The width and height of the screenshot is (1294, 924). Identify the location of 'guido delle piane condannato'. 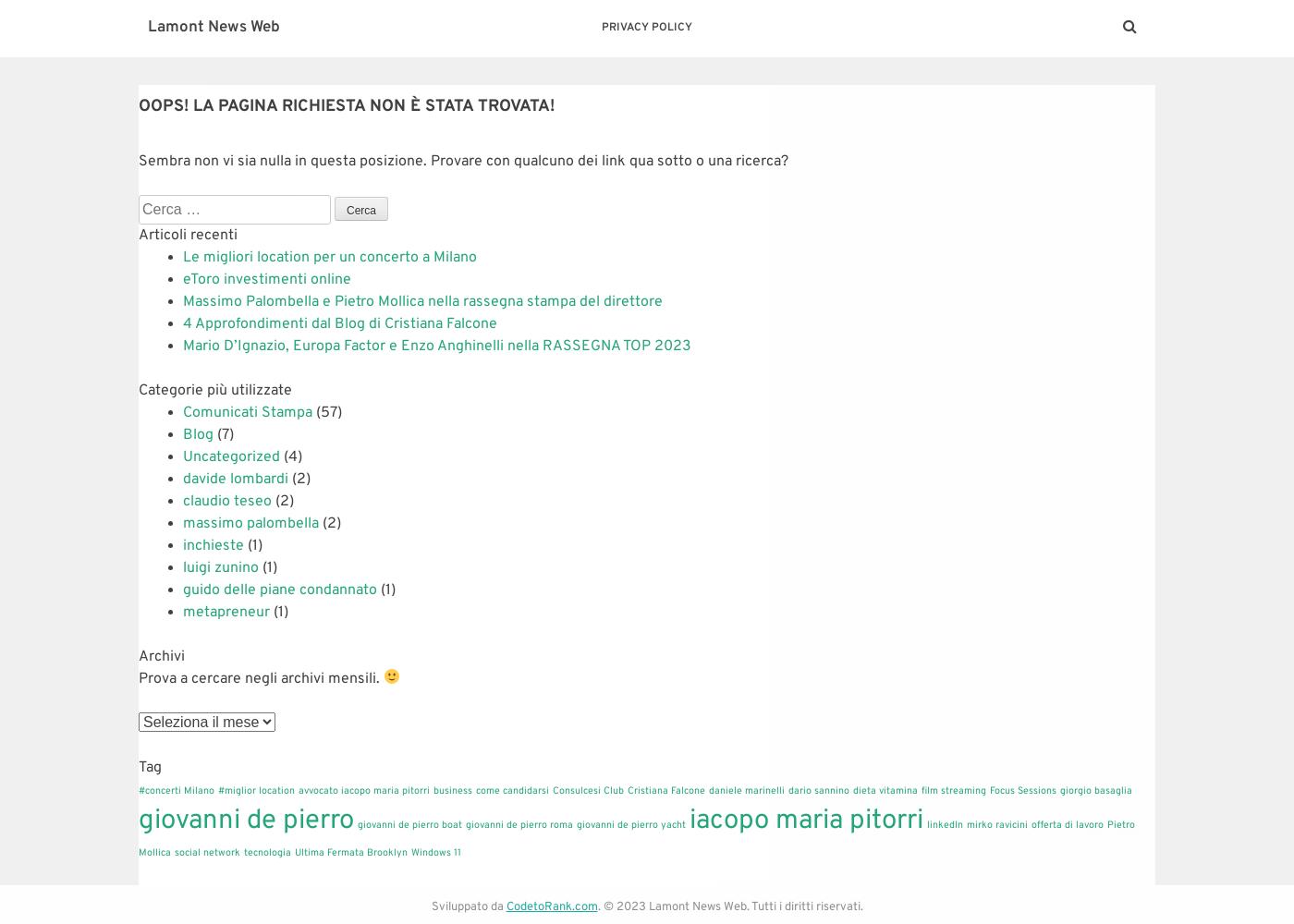
(279, 590).